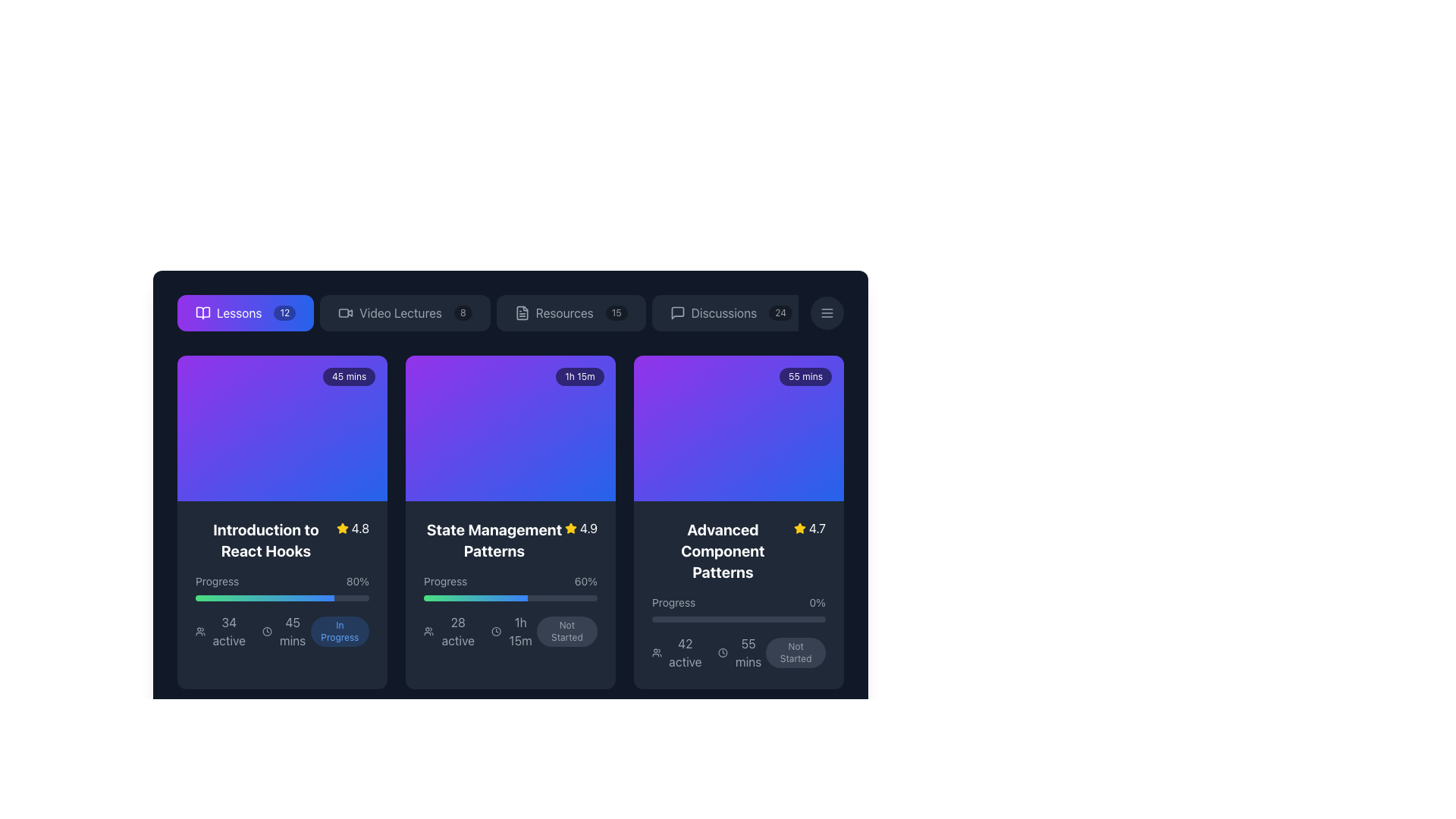 This screenshot has width=1456, height=819. Describe the element at coordinates (247, 598) in the screenshot. I see `the progress bar` at that location.